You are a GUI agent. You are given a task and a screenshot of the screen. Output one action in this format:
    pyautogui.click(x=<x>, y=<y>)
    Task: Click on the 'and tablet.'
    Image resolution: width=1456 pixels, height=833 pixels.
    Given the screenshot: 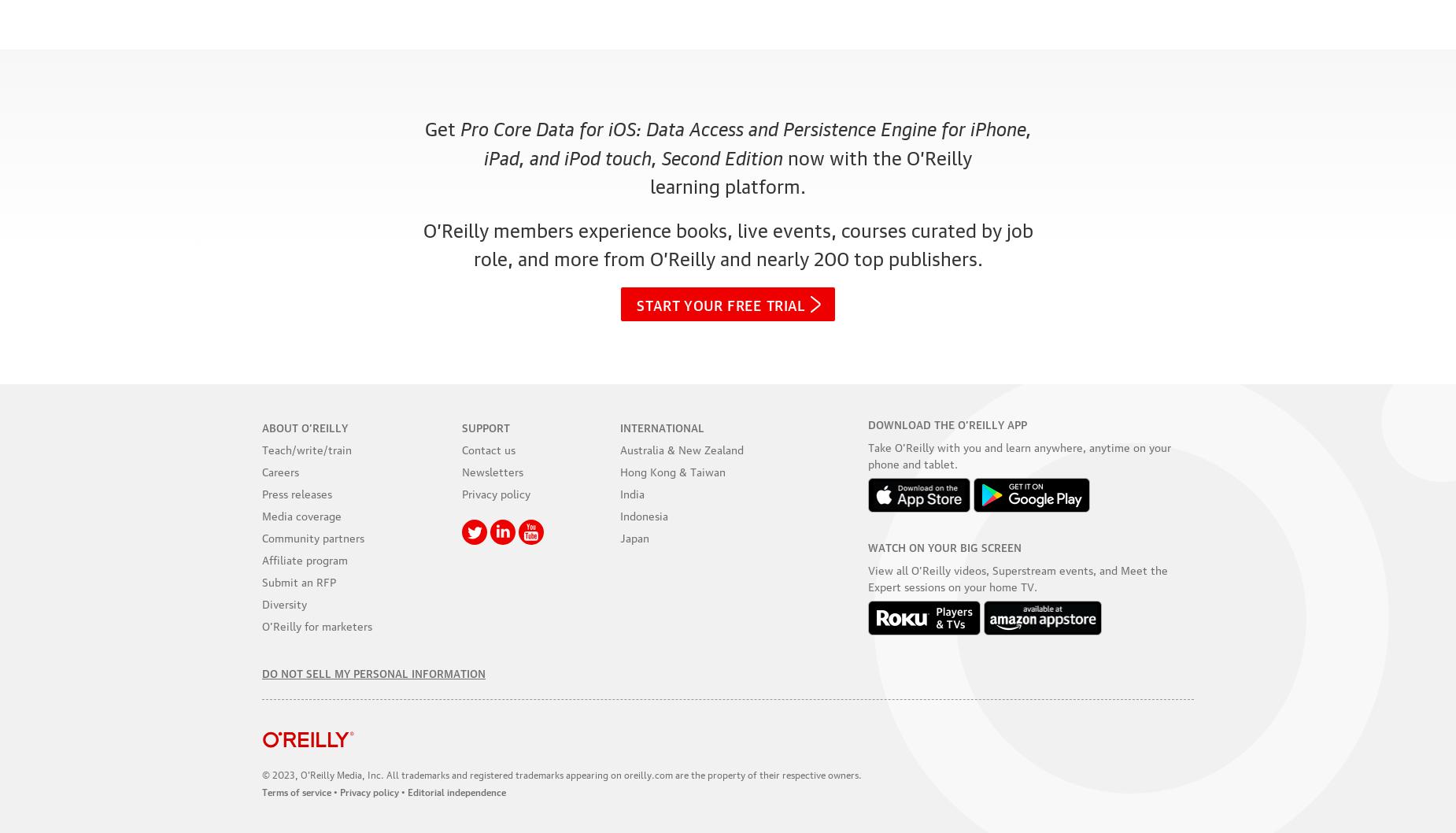 What is the action you would take?
    pyautogui.click(x=929, y=463)
    